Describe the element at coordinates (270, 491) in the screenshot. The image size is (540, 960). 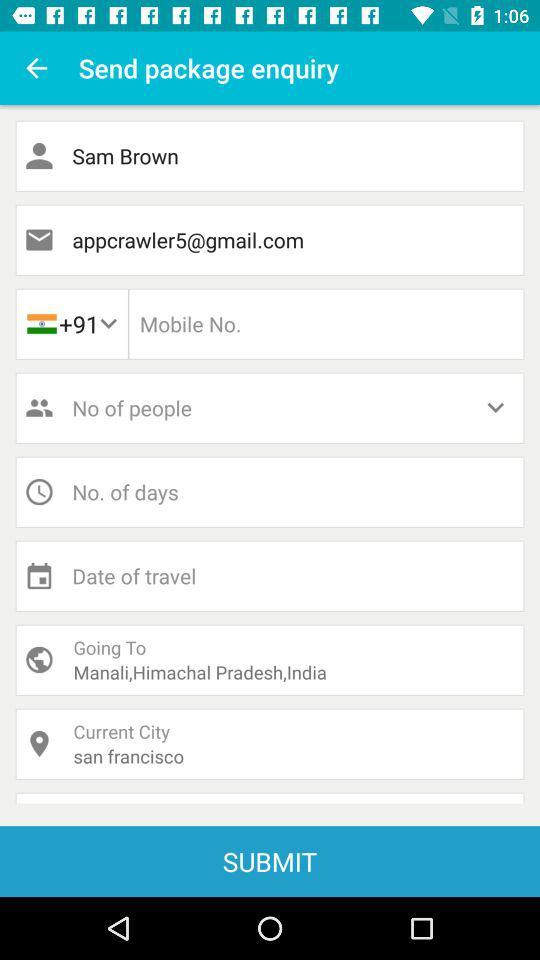
I see `icon below no of people` at that location.